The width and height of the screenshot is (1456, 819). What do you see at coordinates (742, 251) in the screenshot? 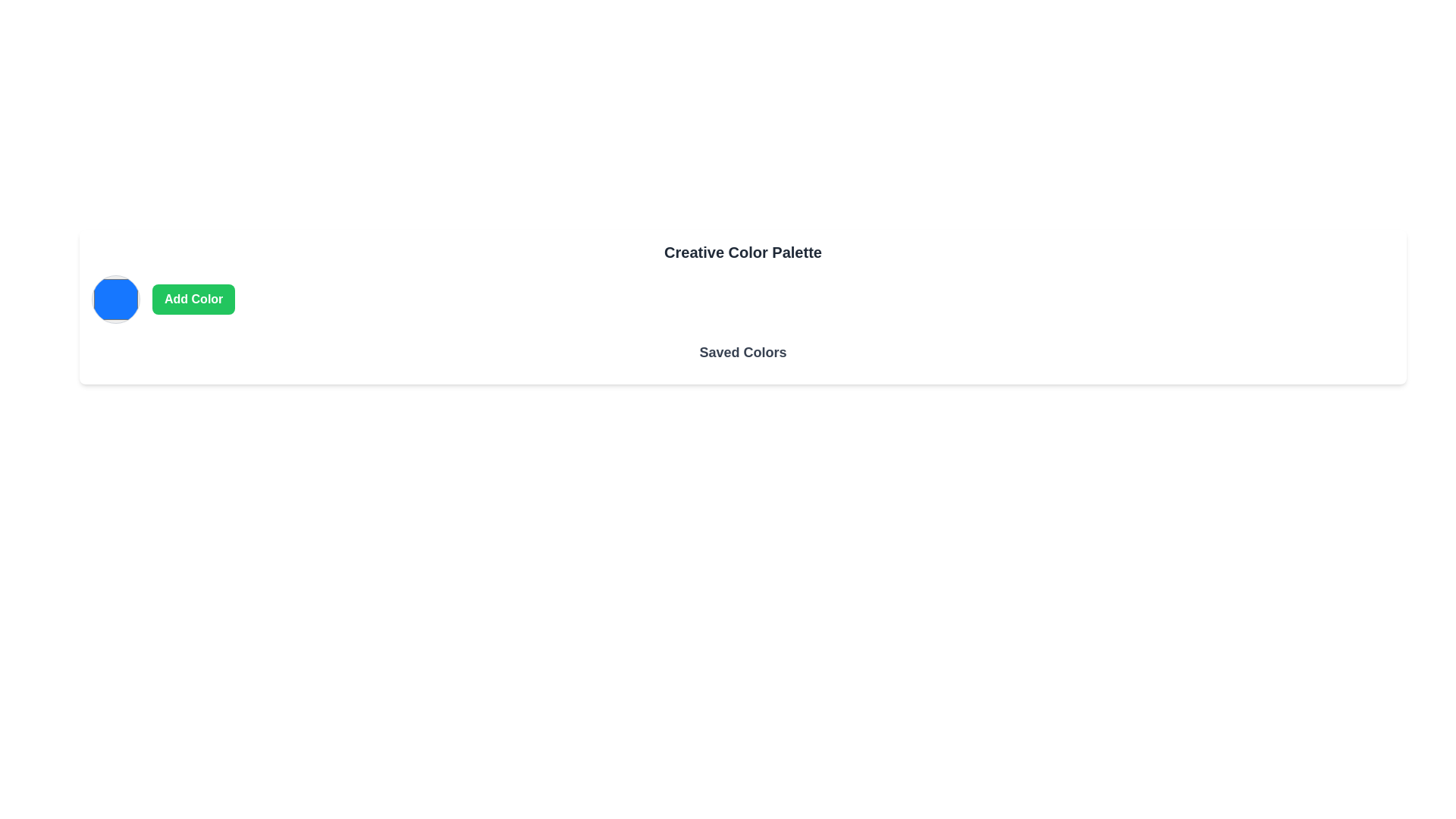
I see `the header text label located at the top of the card, which indicates the main theme or purpose of the content within the card` at bounding box center [742, 251].